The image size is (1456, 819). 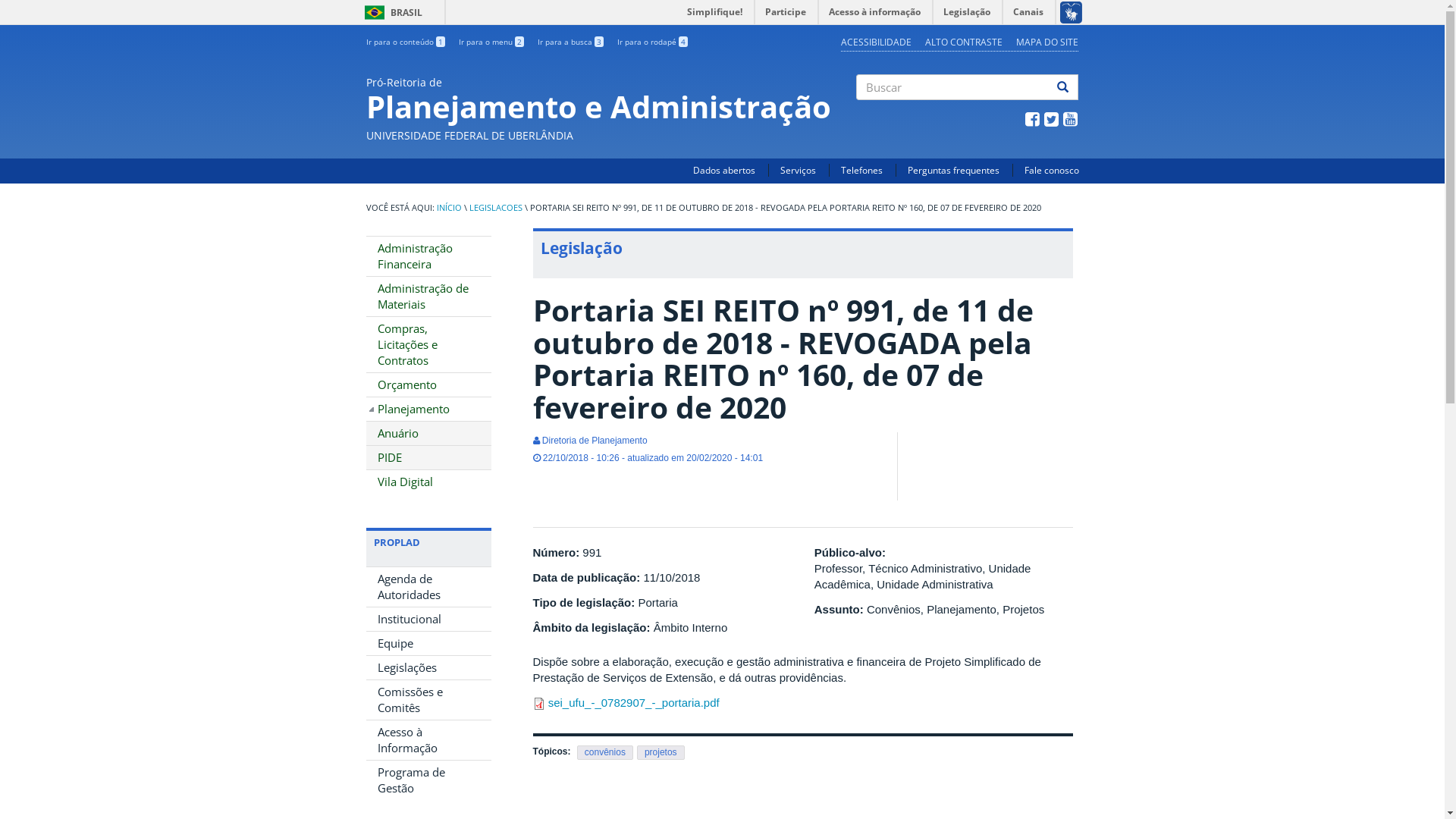 What do you see at coordinates (723, 170) in the screenshot?
I see `'Dados abertos'` at bounding box center [723, 170].